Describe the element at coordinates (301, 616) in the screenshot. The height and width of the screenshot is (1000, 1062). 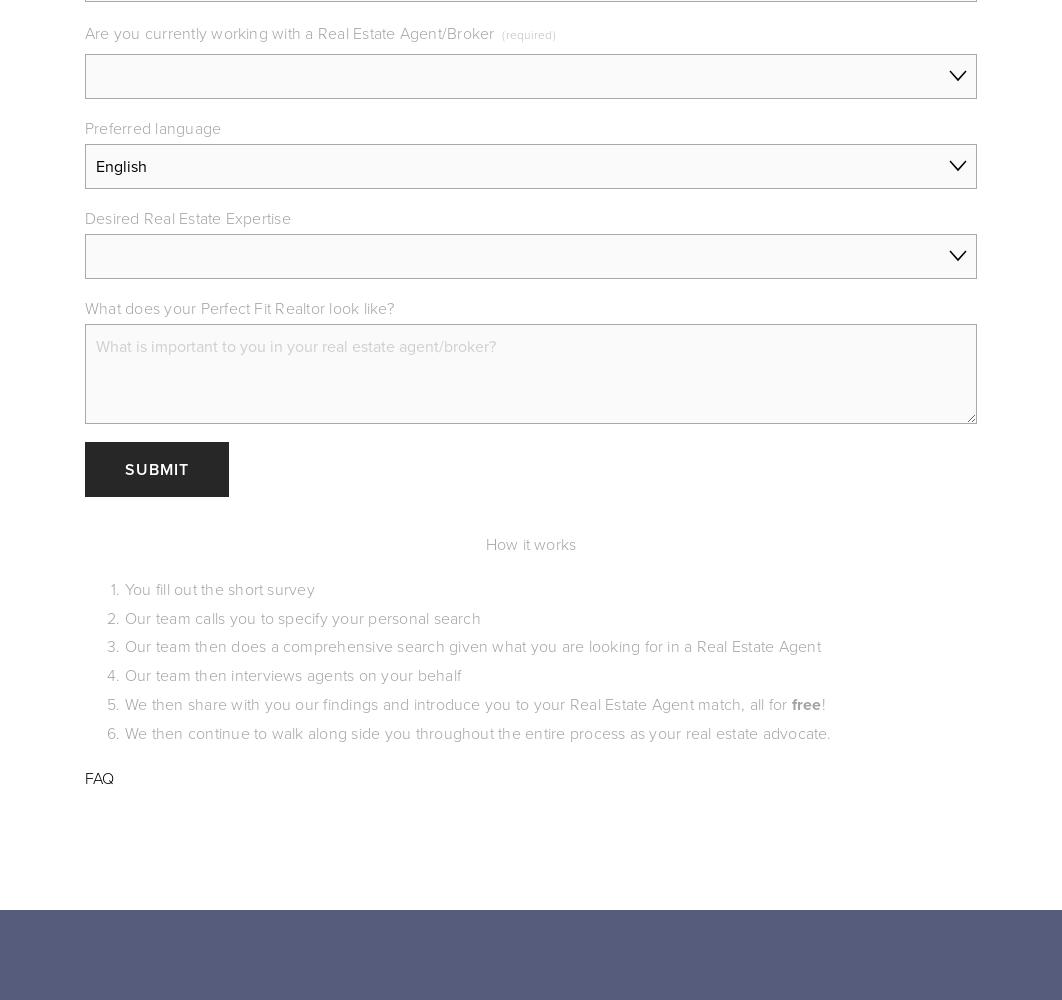
I see `'Our team calls you to specify your personal search'` at that location.